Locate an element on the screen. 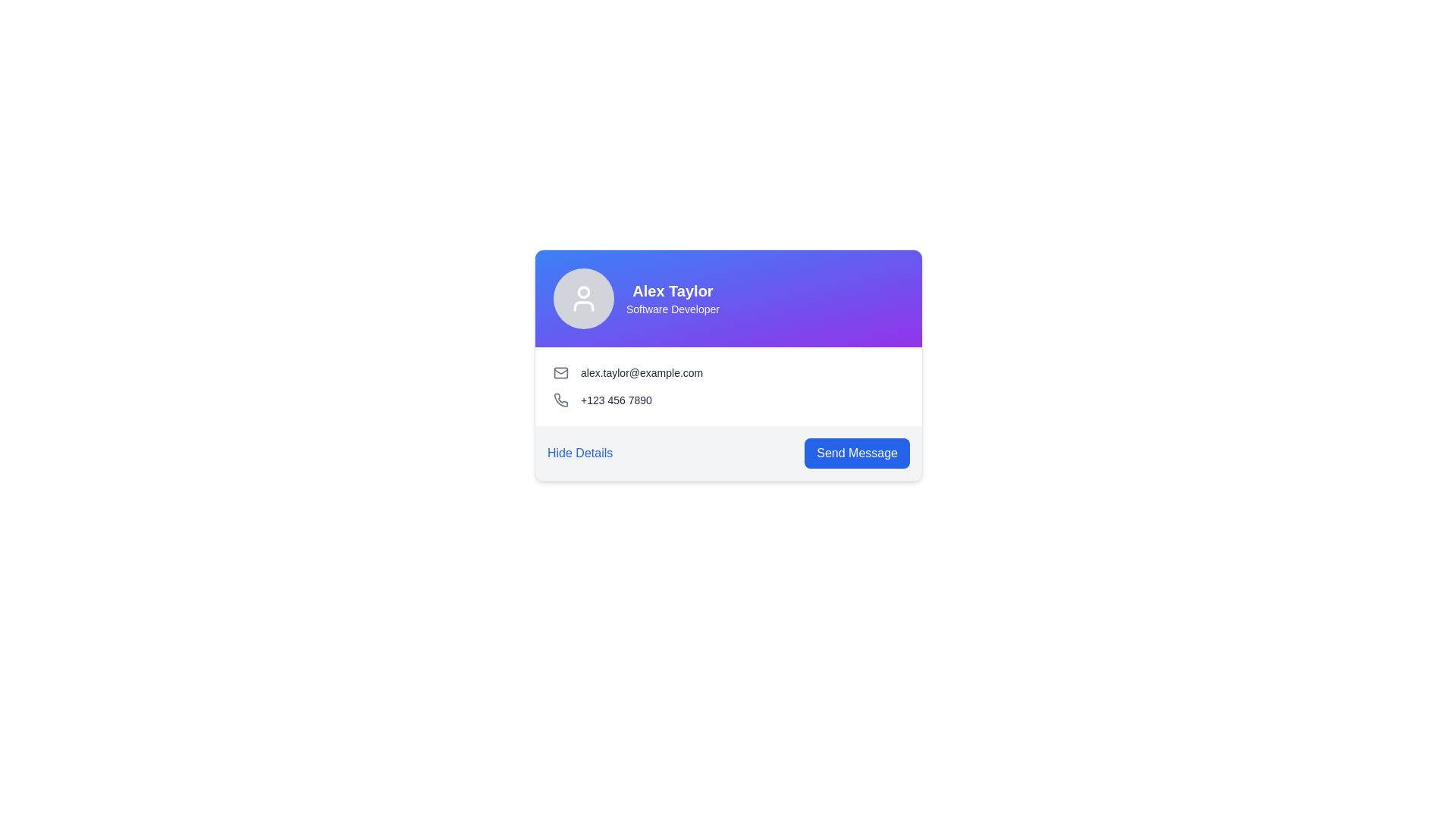  the textual display component showing 'Alex Taylor' and 'Software Developer', located in the top section of the profile card, to the right of the profile picture icon is located at coordinates (672, 298).